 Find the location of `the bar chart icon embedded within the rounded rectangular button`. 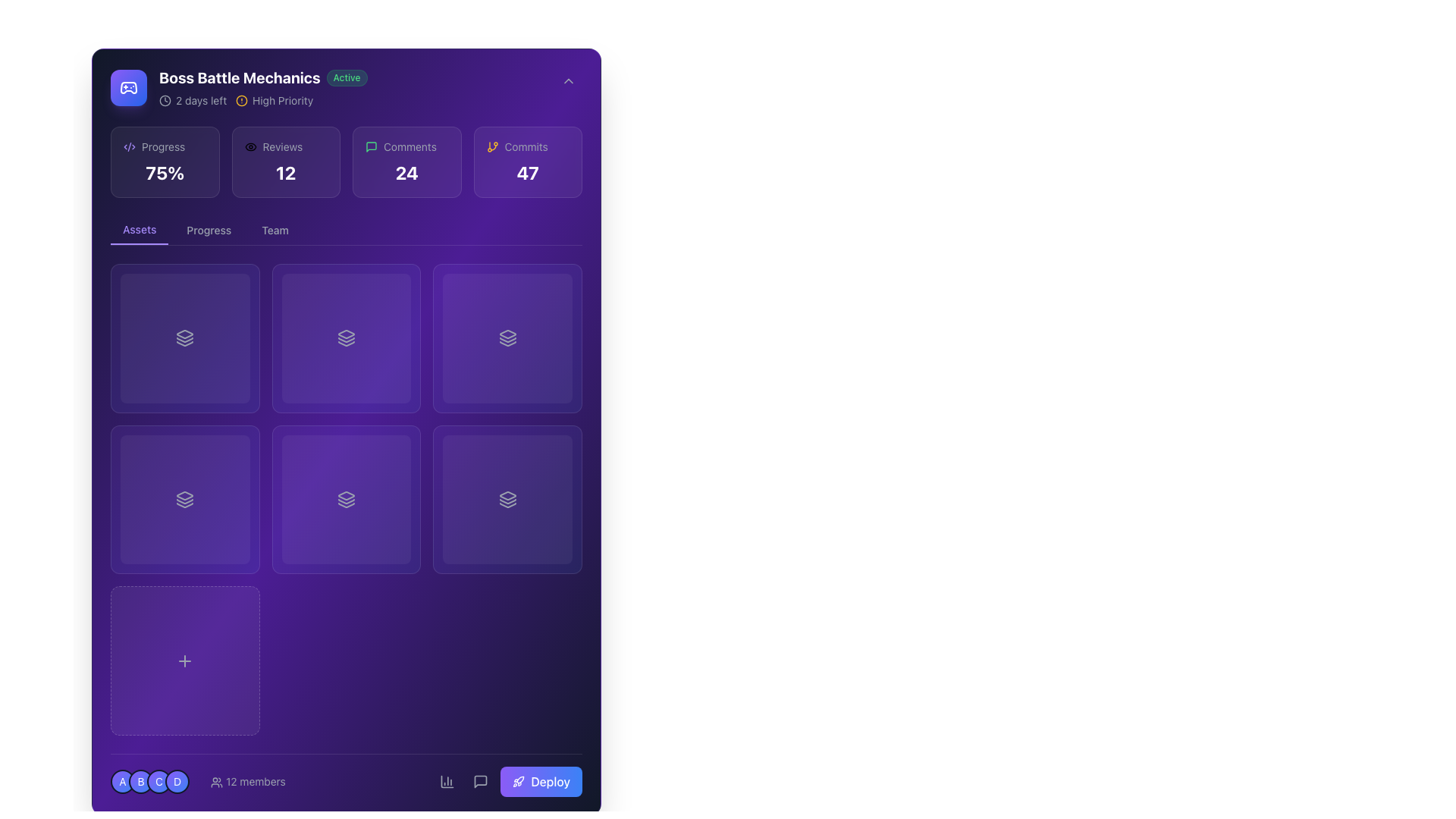

the bar chart icon embedded within the rounded rectangular button is located at coordinates (447, 781).